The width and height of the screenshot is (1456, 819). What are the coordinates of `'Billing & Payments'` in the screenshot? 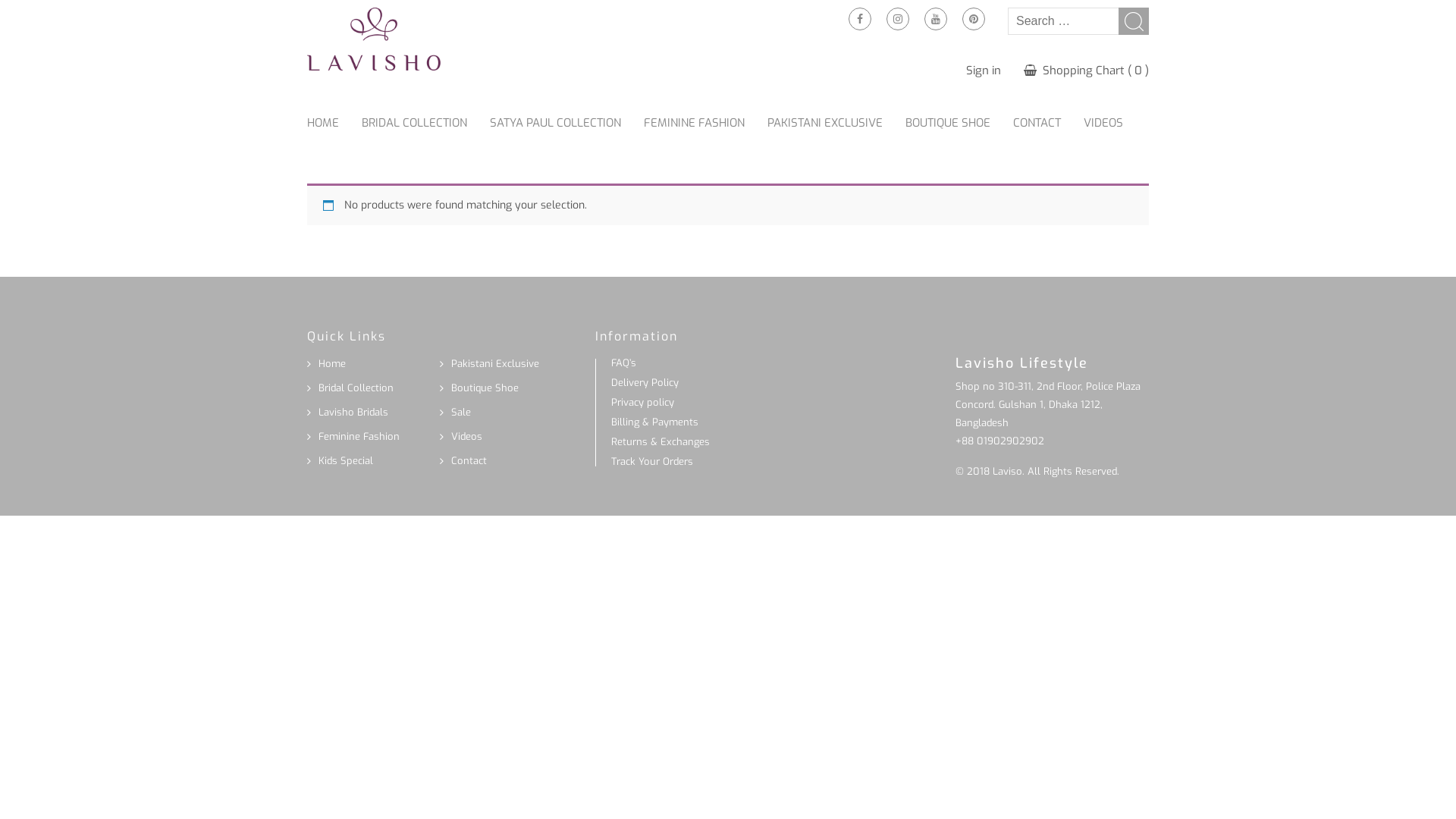 It's located at (654, 422).